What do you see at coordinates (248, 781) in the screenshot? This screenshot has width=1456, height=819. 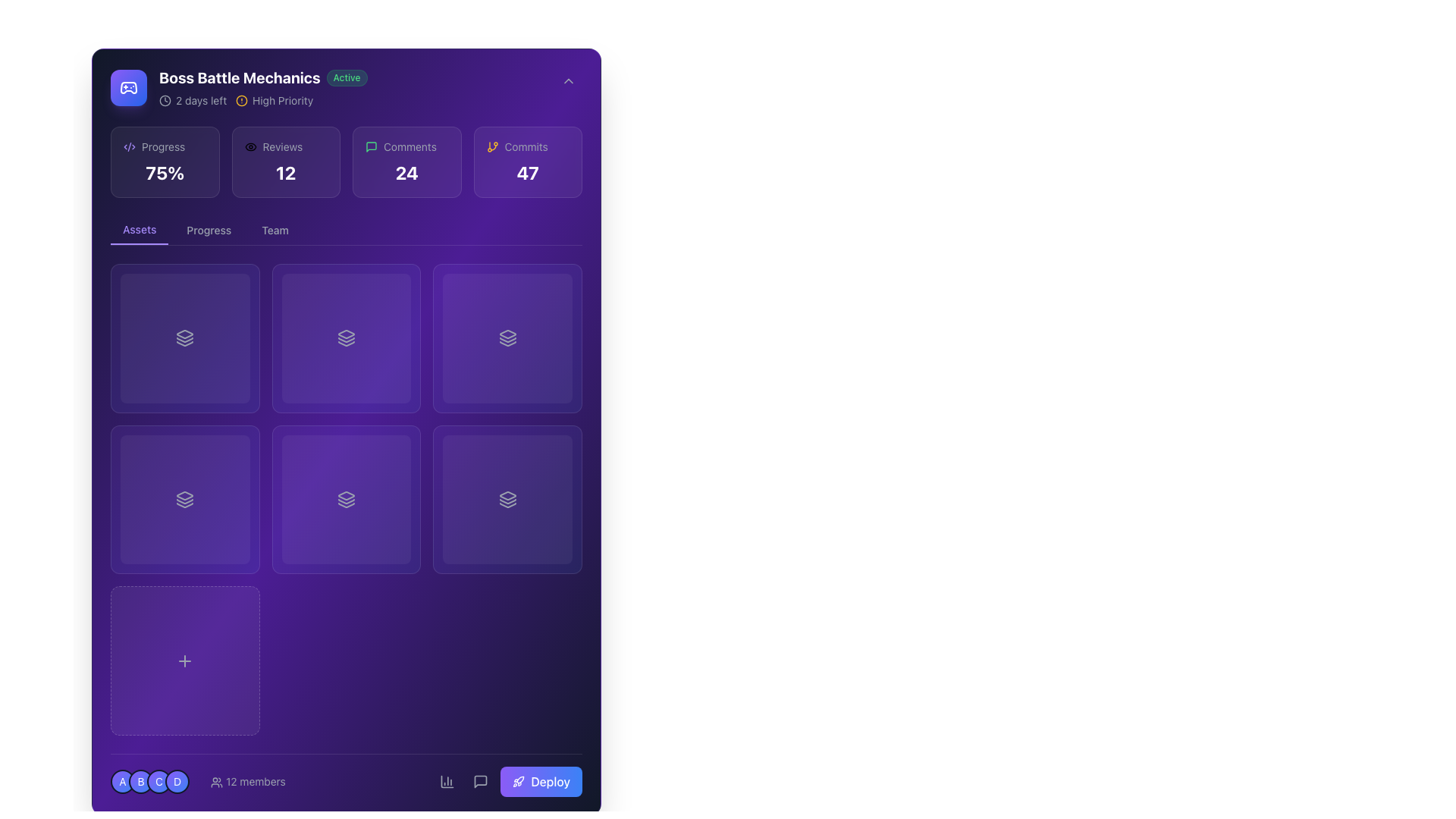 I see `the interactive text component displaying '12 members' with an accompanying user icon` at bounding box center [248, 781].